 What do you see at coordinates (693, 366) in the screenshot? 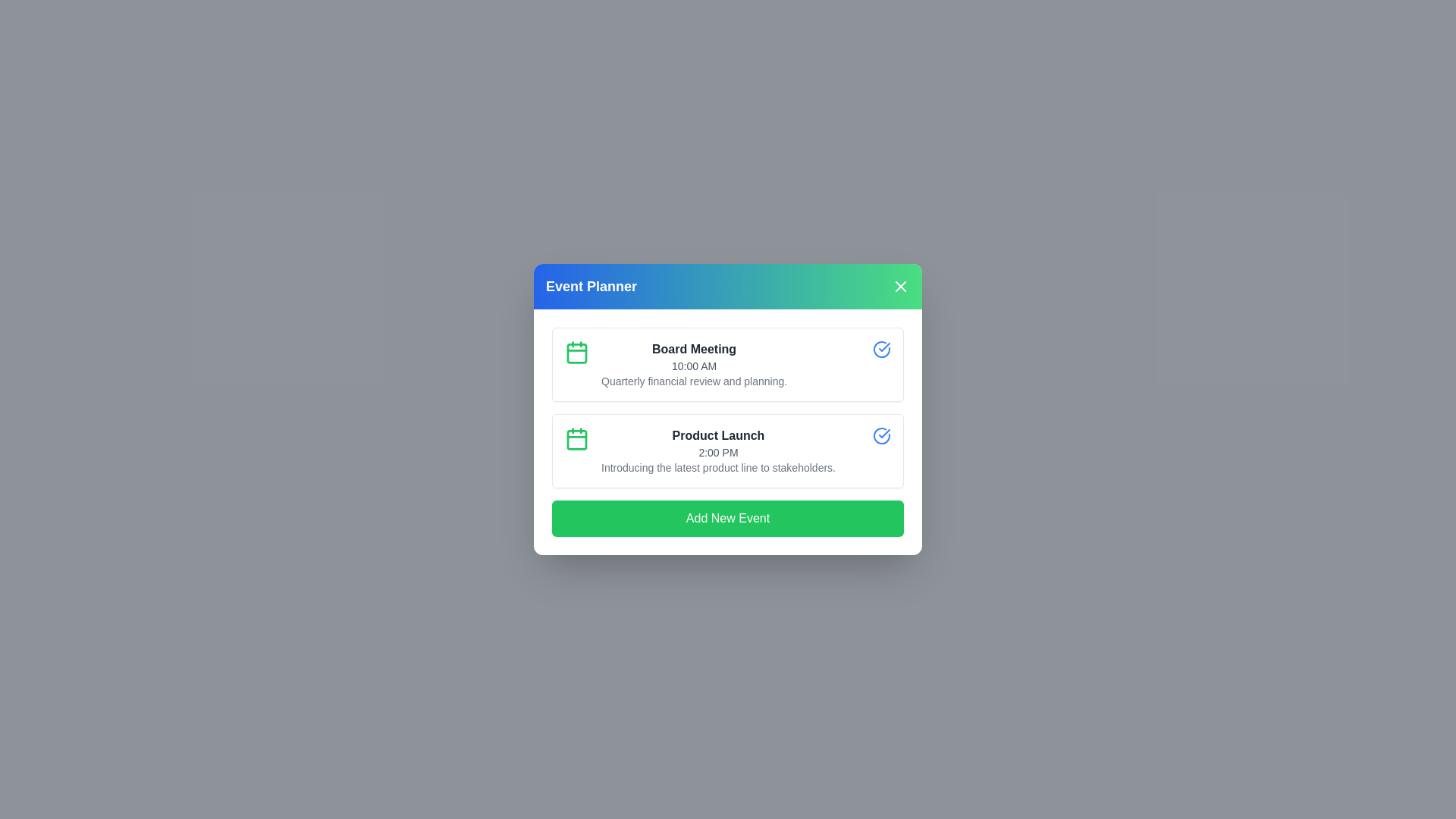
I see `time information displayed in the text label showing '10:00 AM', which is located underneath the bold 'Board Meeting' label` at bounding box center [693, 366].